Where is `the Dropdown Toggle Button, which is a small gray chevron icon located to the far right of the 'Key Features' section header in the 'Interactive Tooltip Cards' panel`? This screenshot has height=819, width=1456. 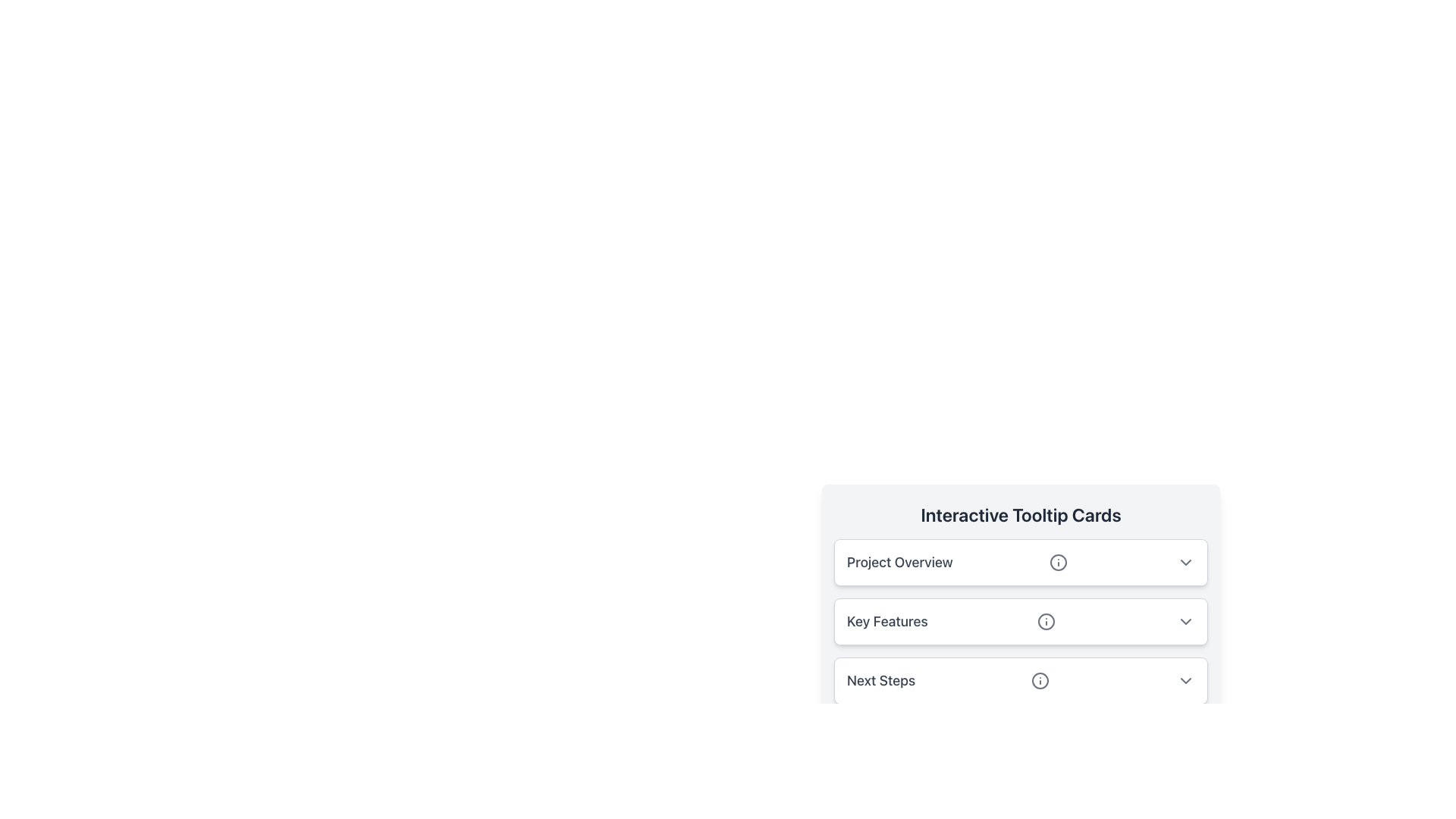 the Dropdown Toggle Button, which is a small gray chevron icon located to the far right of the 'Key Features' section header in the 'Interactive Tooltip Cards' panel is located at coordinates (1185, 622).